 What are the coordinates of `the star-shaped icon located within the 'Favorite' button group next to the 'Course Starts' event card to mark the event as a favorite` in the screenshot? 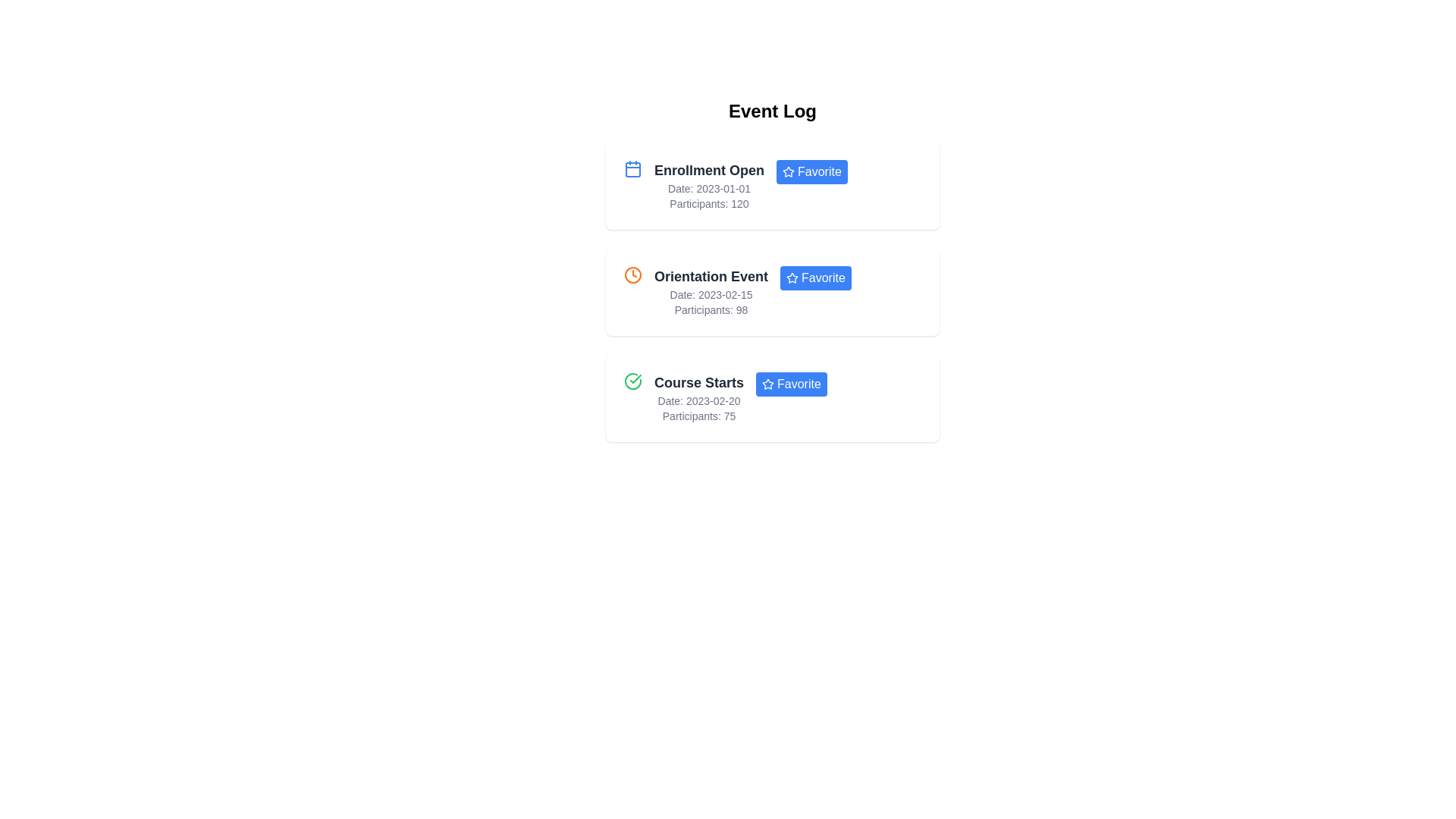 It's located at (767, 383).